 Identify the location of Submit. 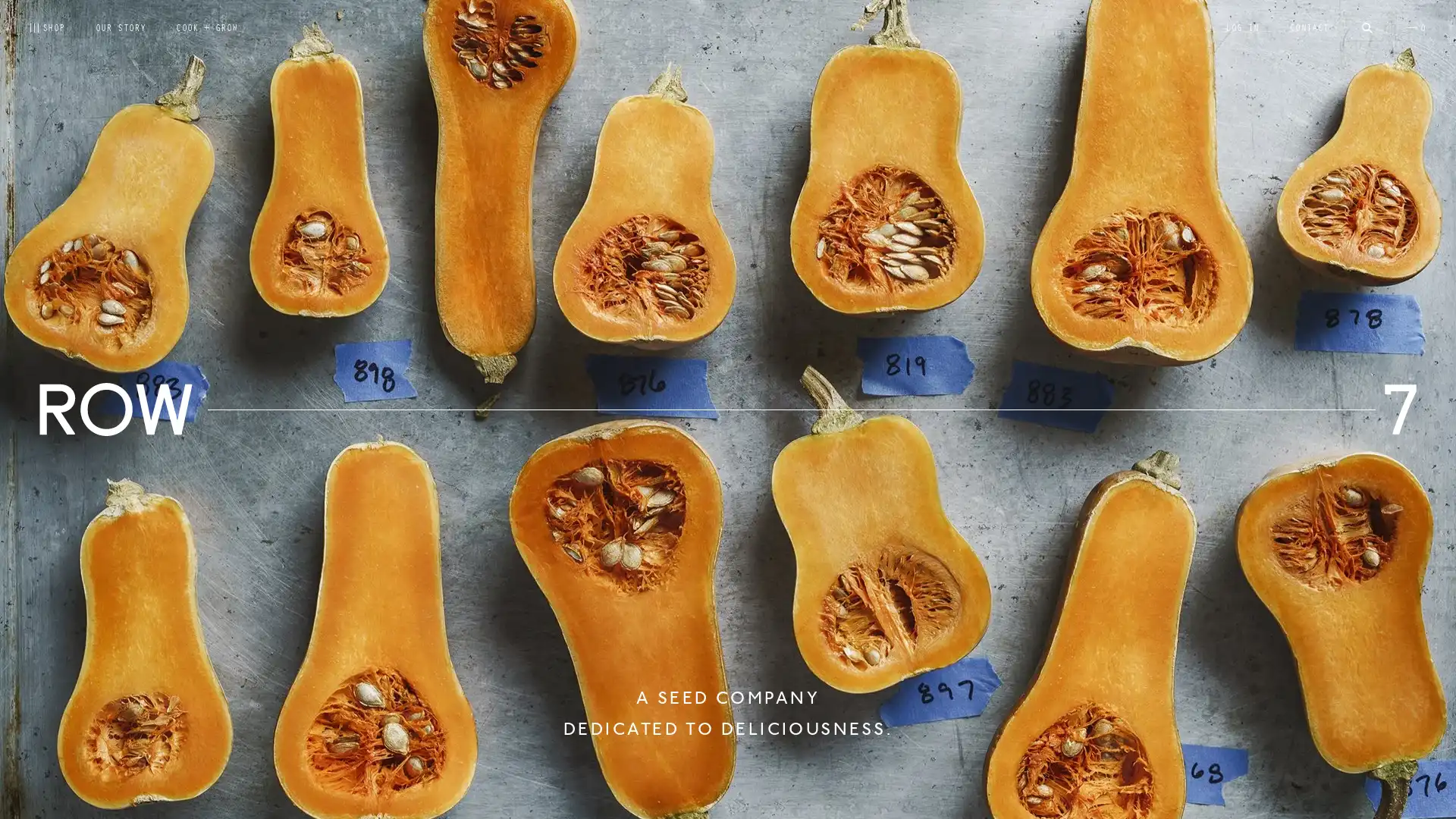
(32, 27).